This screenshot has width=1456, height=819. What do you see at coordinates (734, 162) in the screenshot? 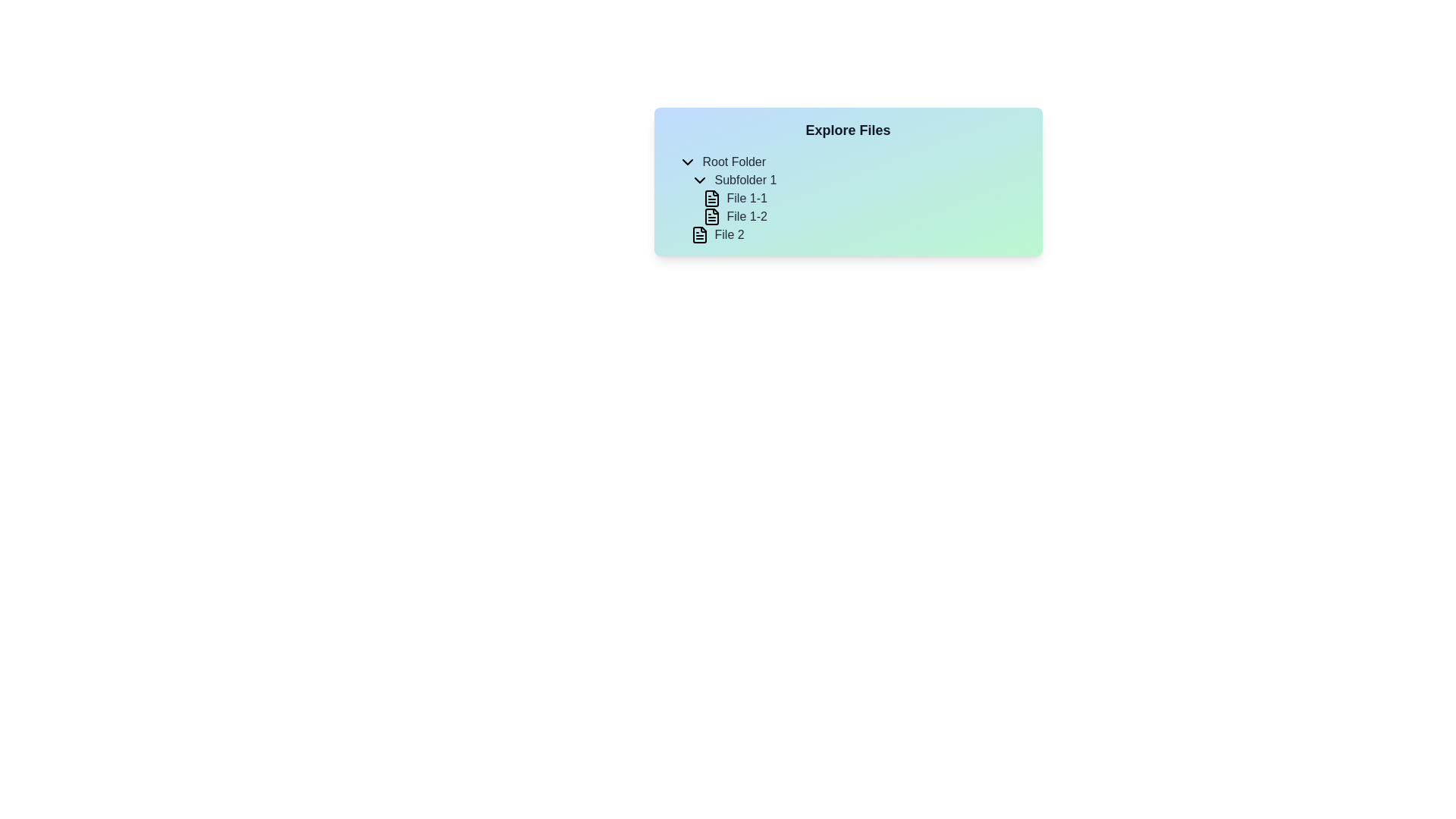
I see `the 'Root Folder' text label, which is styled in gray and bold font, located immediately to the right of the chevron-down icon in the file explorer UI` at bounding box center [734, 162].